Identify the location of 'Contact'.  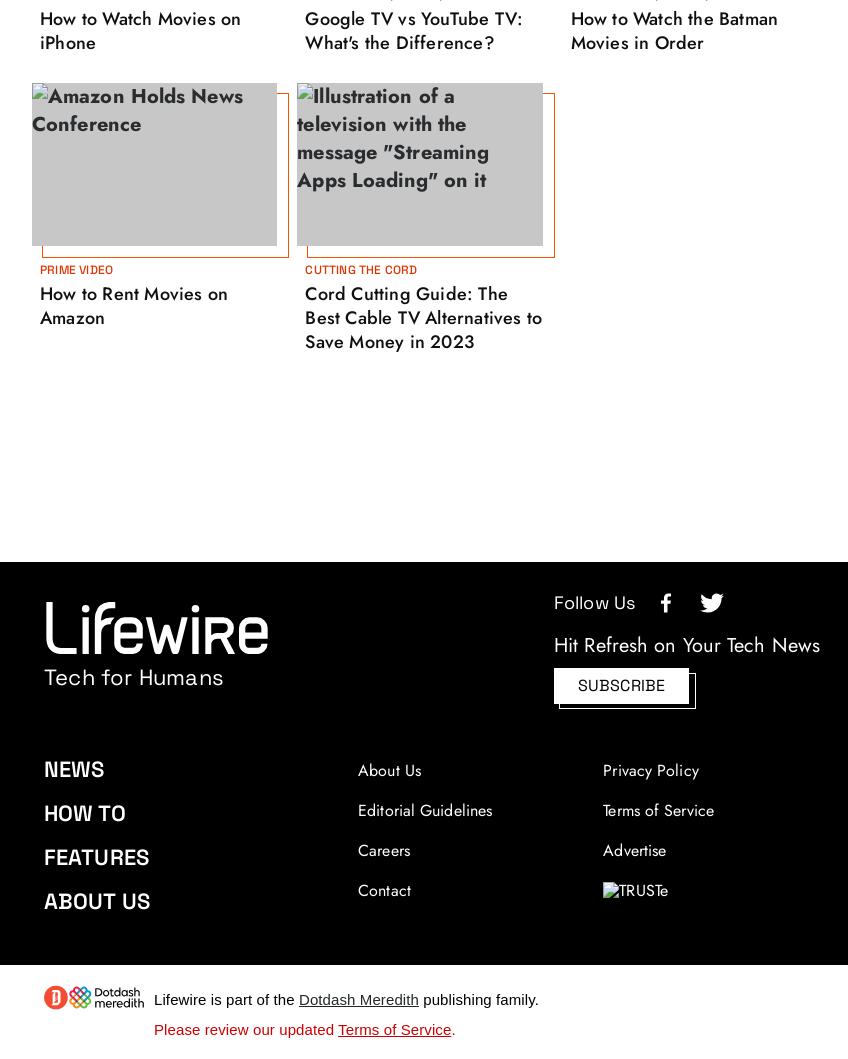
(383, 890).